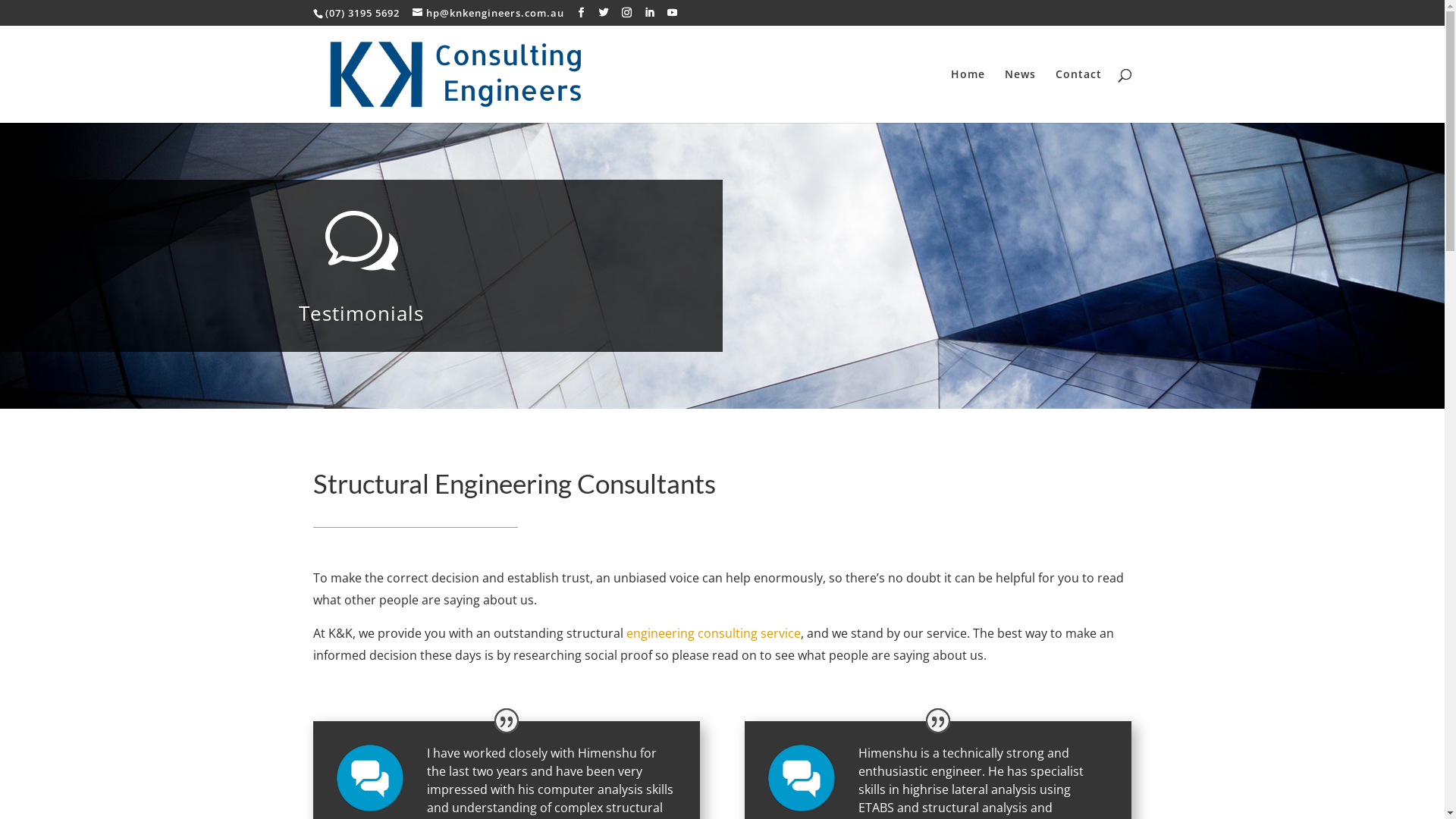  I want to click on 'News', so click(1019, 96).